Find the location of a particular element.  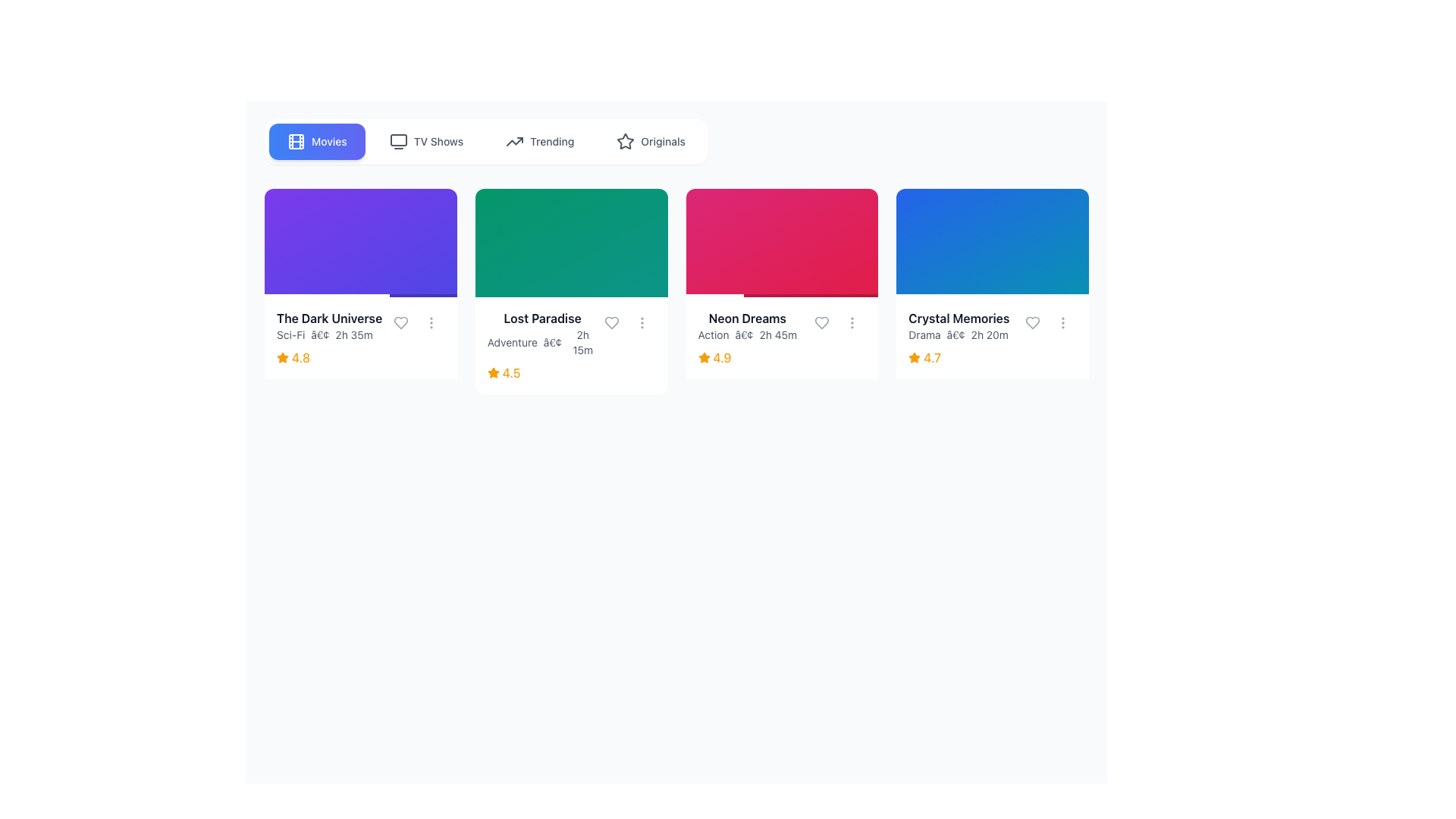

the Trigger Icon (Vertical Ellipsis) located at the bottom-right corner of the 'Lost Paradise' card is located at coordinates (642, 322).